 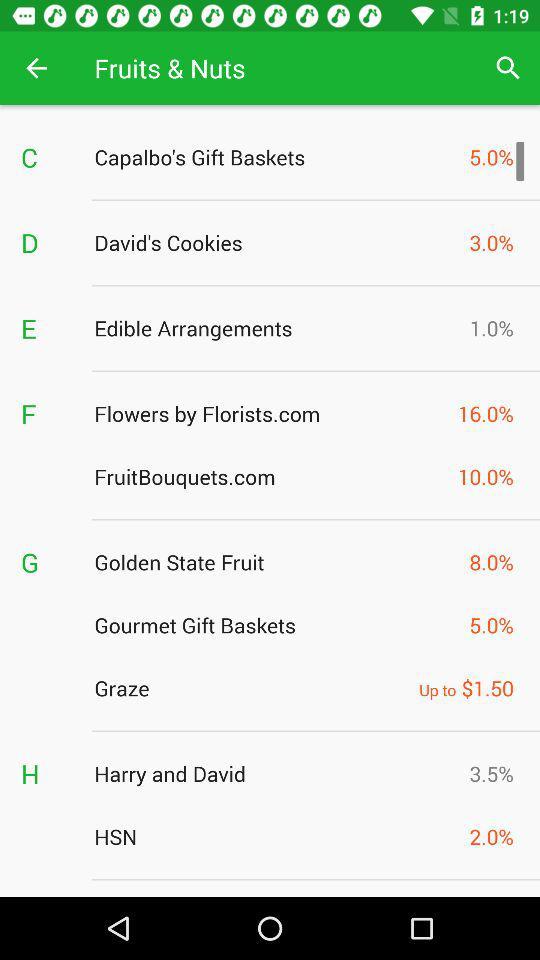 What do you see at coordinates (36, 68) in the screenshot?
I see `the icon above the c item` at bounding box center [36, 68].